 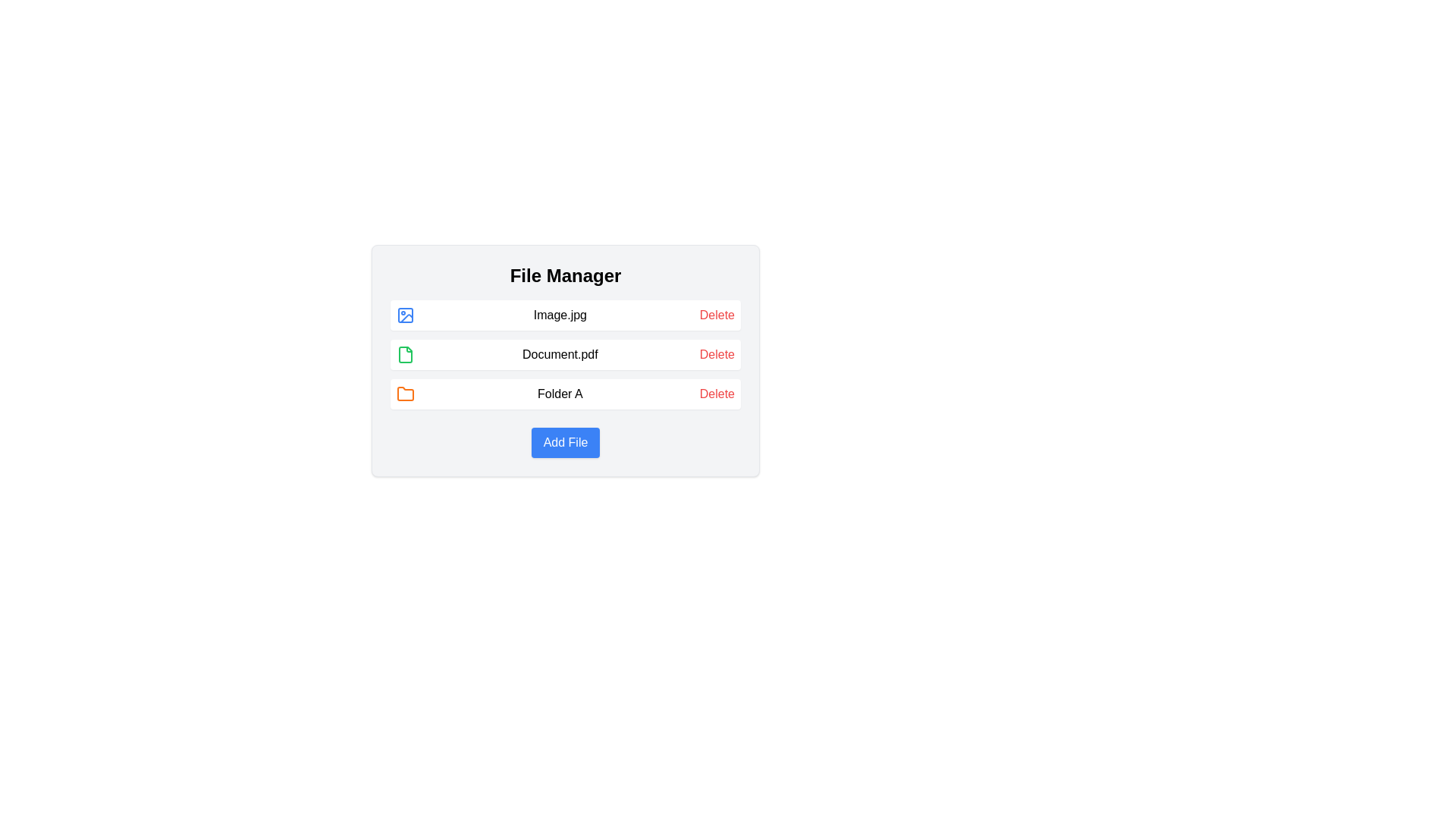 I want to click on the text label displaying 'Image.jpg', which is centrally positioned in the first row of items in the file manager interface, between an image icon and a 'Delete' link, so click(x=559, y=315).